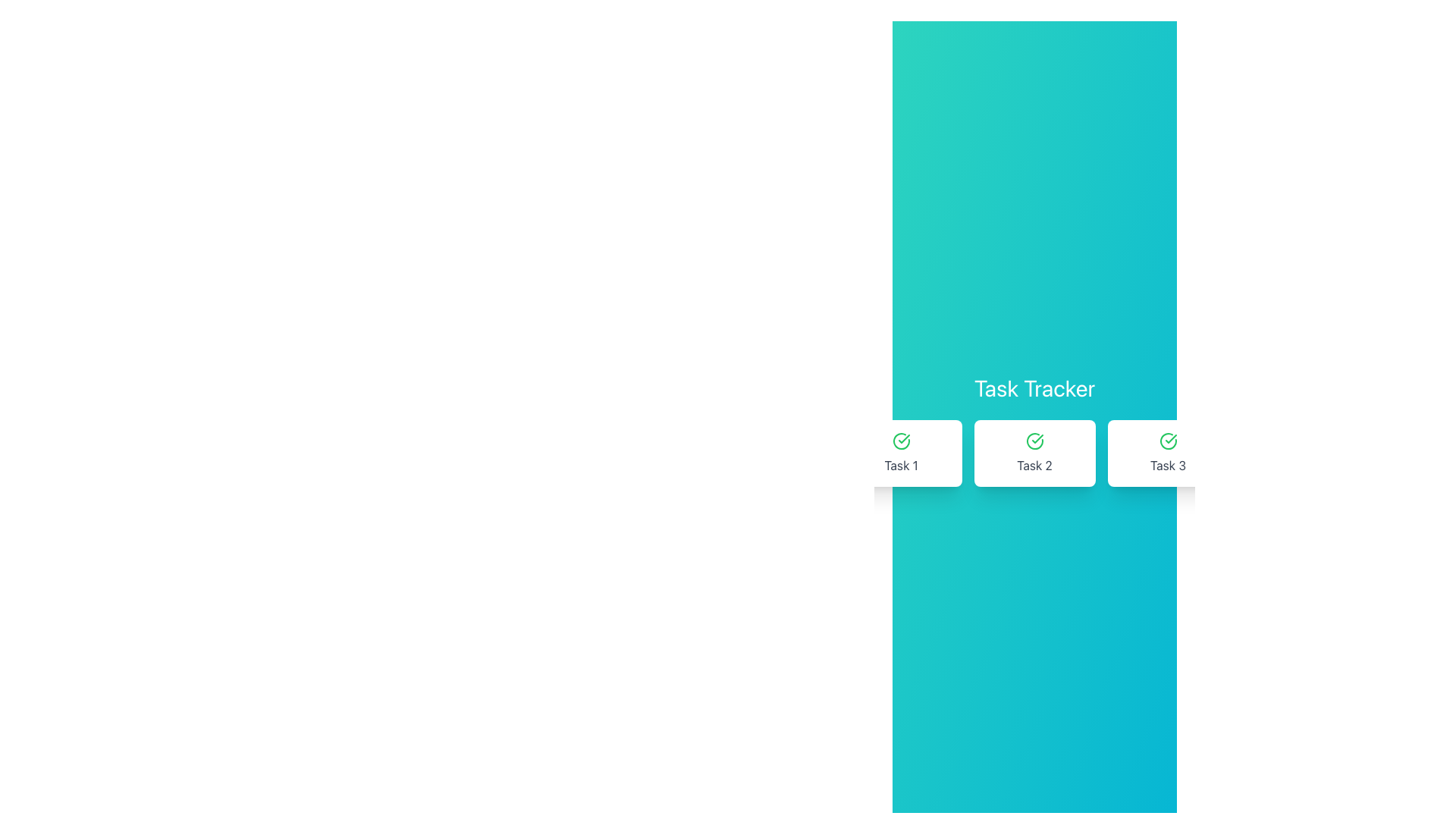 The image size is (1456, 819). I want to click on the circular icon with a green checkmark in the center, which indicates completion or success, located in the center-left of the 'Task 1' card, so click(901, 441).